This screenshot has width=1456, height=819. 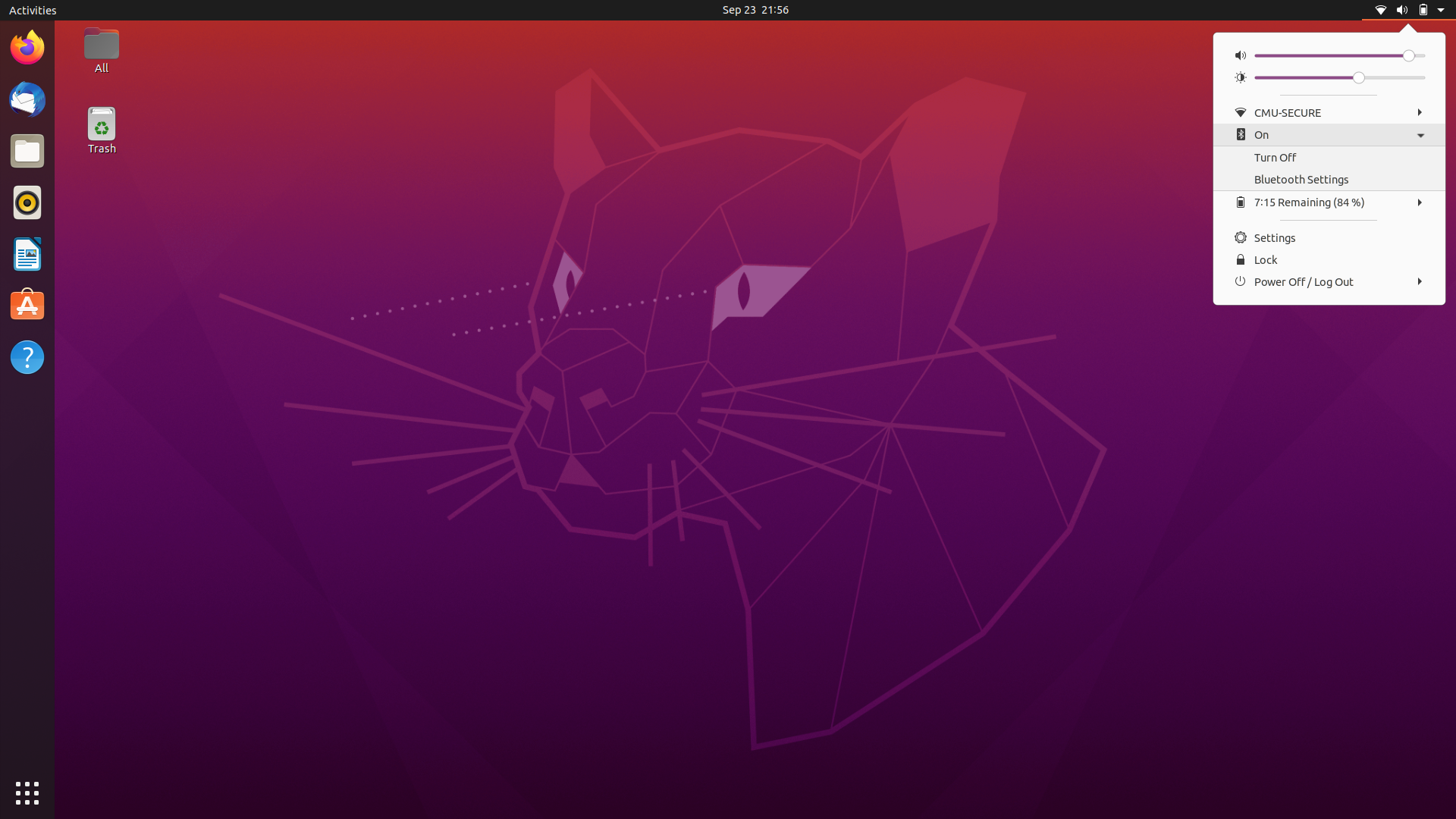 I want to click on Raise the audio level, so click(x=2703064, y=11056).